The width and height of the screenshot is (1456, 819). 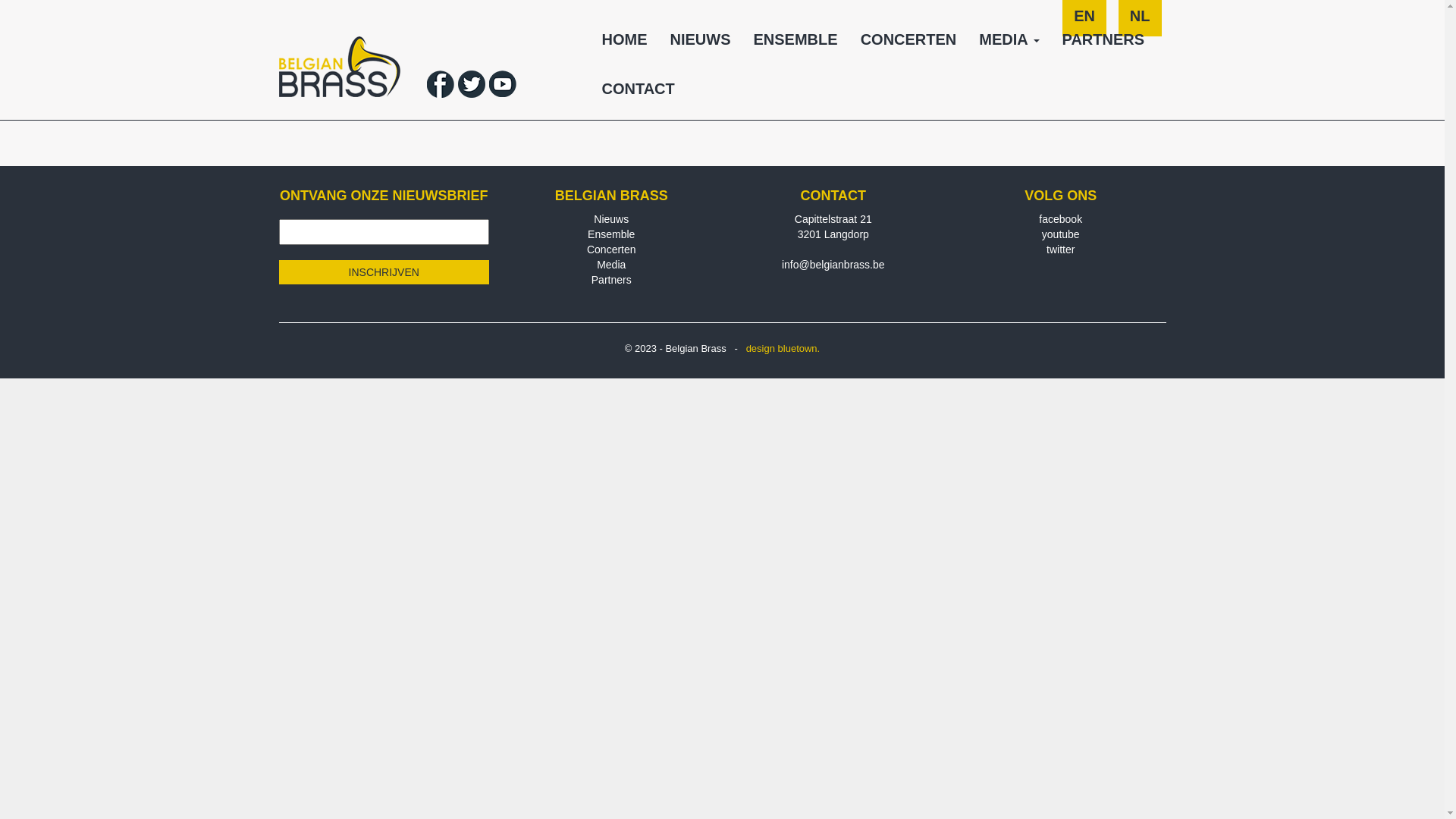 What do you see at coordinates (384, 271) in the screenshot?
I see `'Inschrijven'` at bounding box center [384, 271].